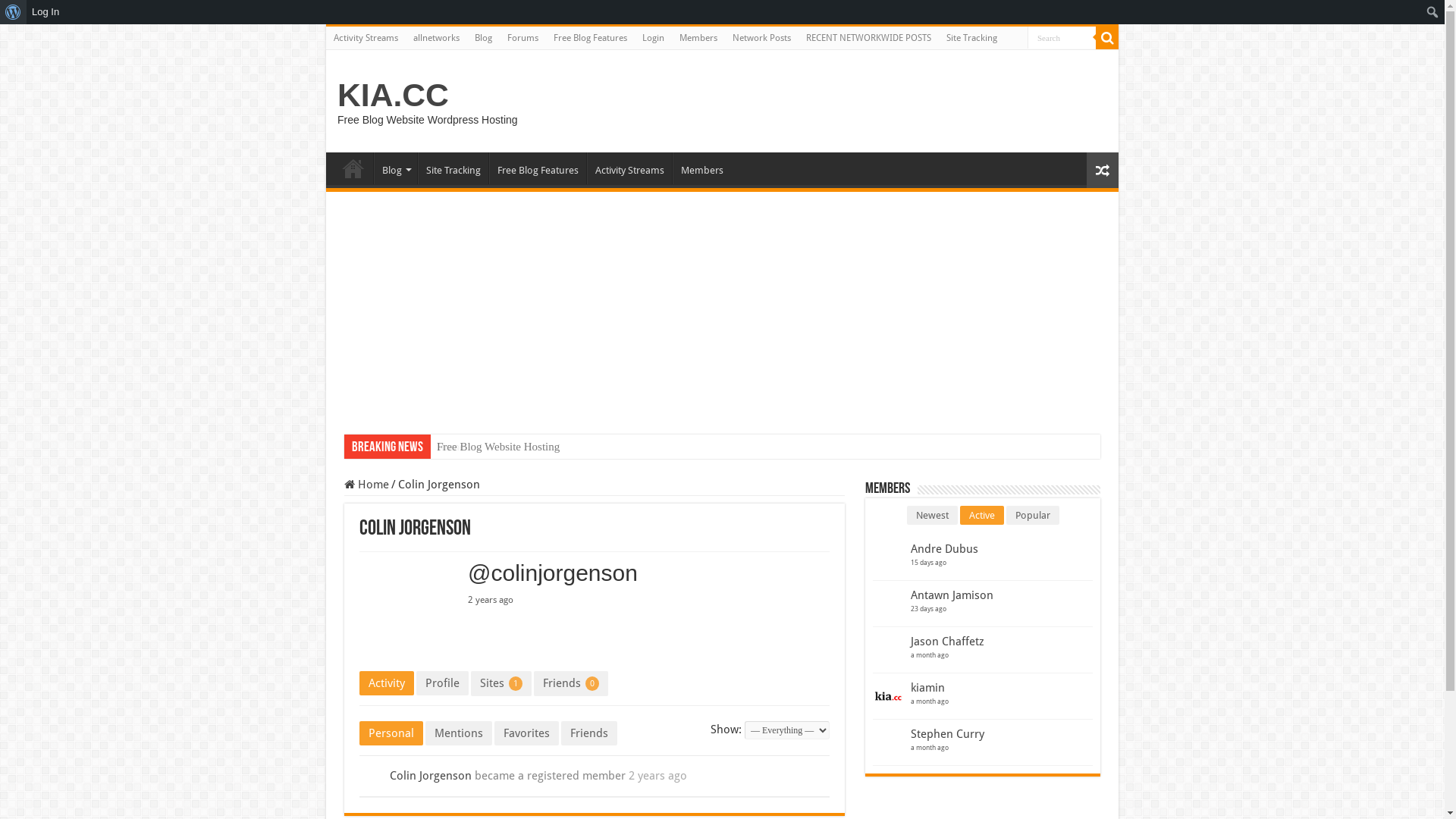  Describe the element at coordinates (570, 683) in the screenshot. I see `'Friends 0'` at that location.